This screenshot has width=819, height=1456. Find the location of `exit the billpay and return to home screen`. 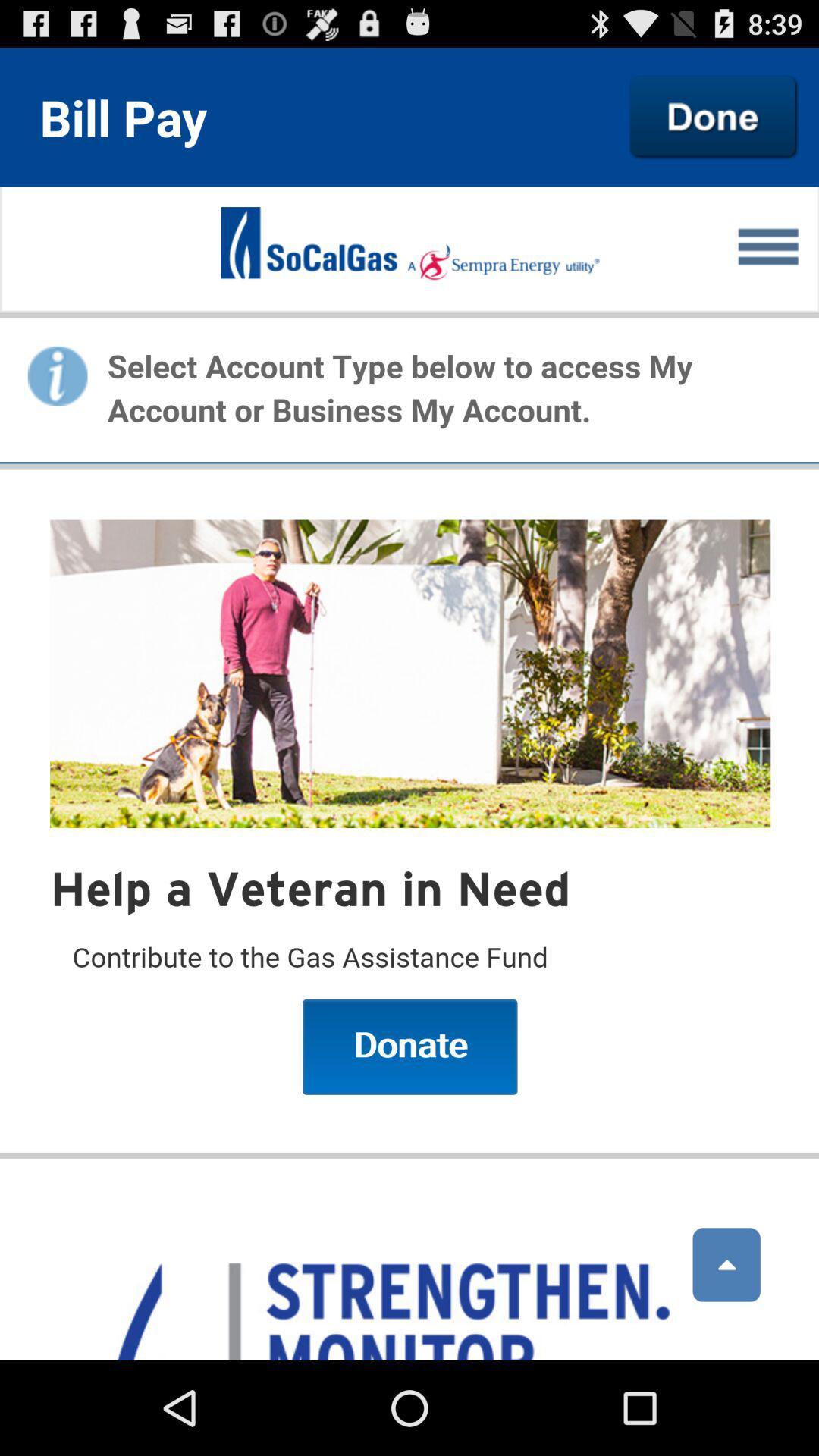

exit the billpay and return to home screen is located at coordinates (714, 116).